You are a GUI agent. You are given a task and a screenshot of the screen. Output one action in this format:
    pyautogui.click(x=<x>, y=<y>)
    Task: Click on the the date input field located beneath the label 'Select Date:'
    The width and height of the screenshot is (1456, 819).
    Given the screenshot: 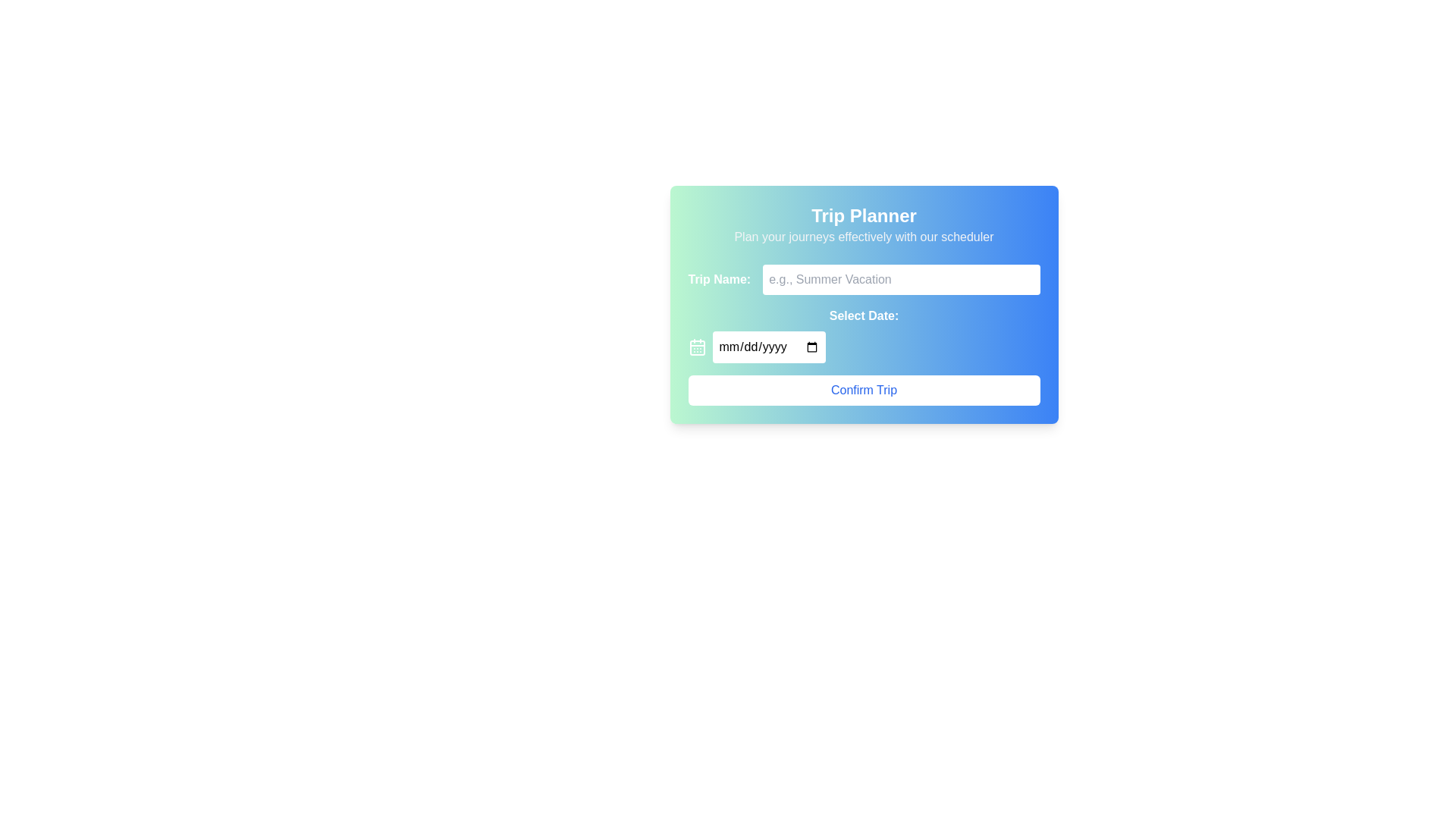 What is the action you would take?
    pyautogui.click(x=768, y=347)
    